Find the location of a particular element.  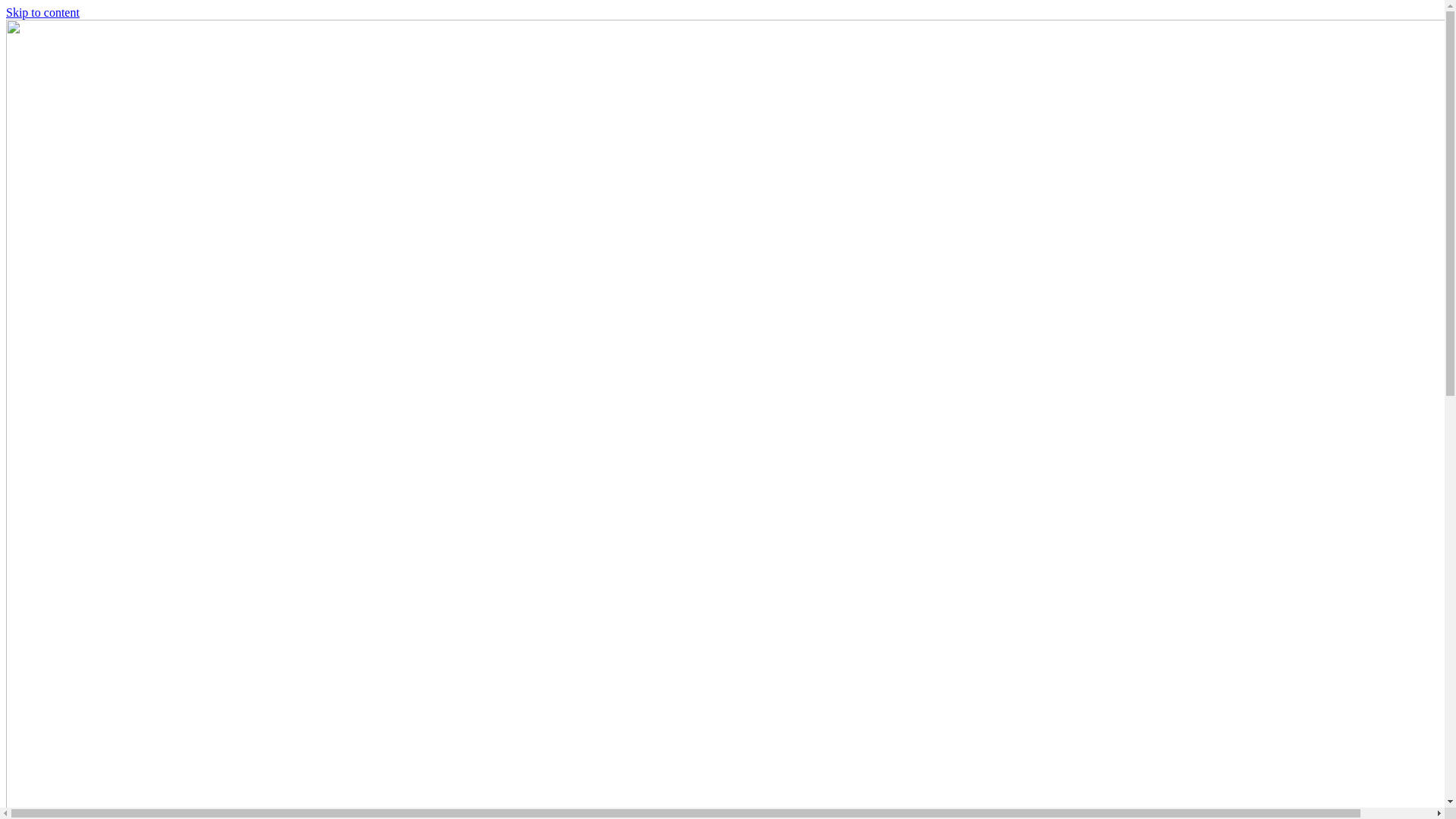

'Skip to content' is located at coordinates (42, 12).